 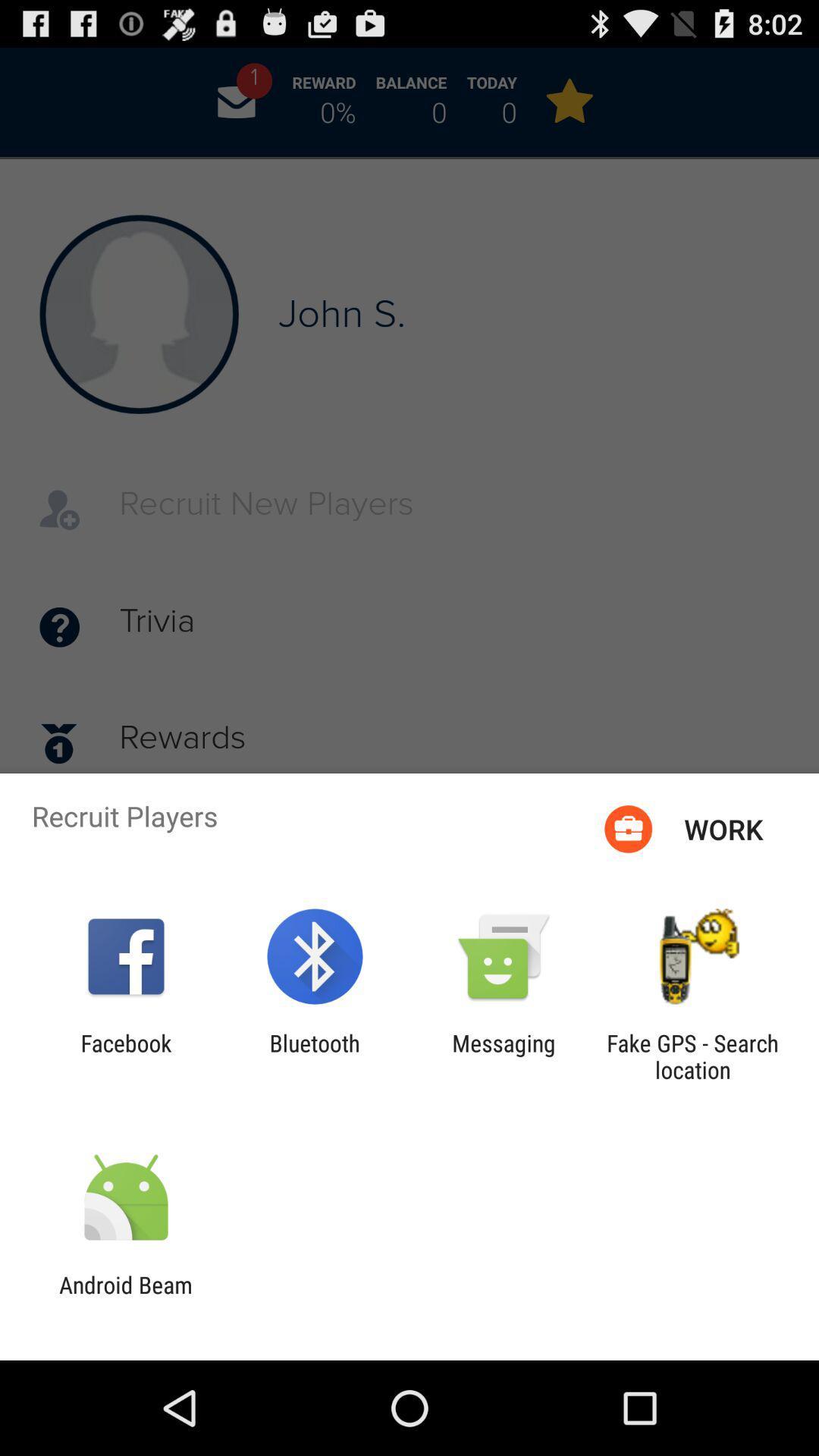 I want to click on messaging, so click(x=504, y=1056).